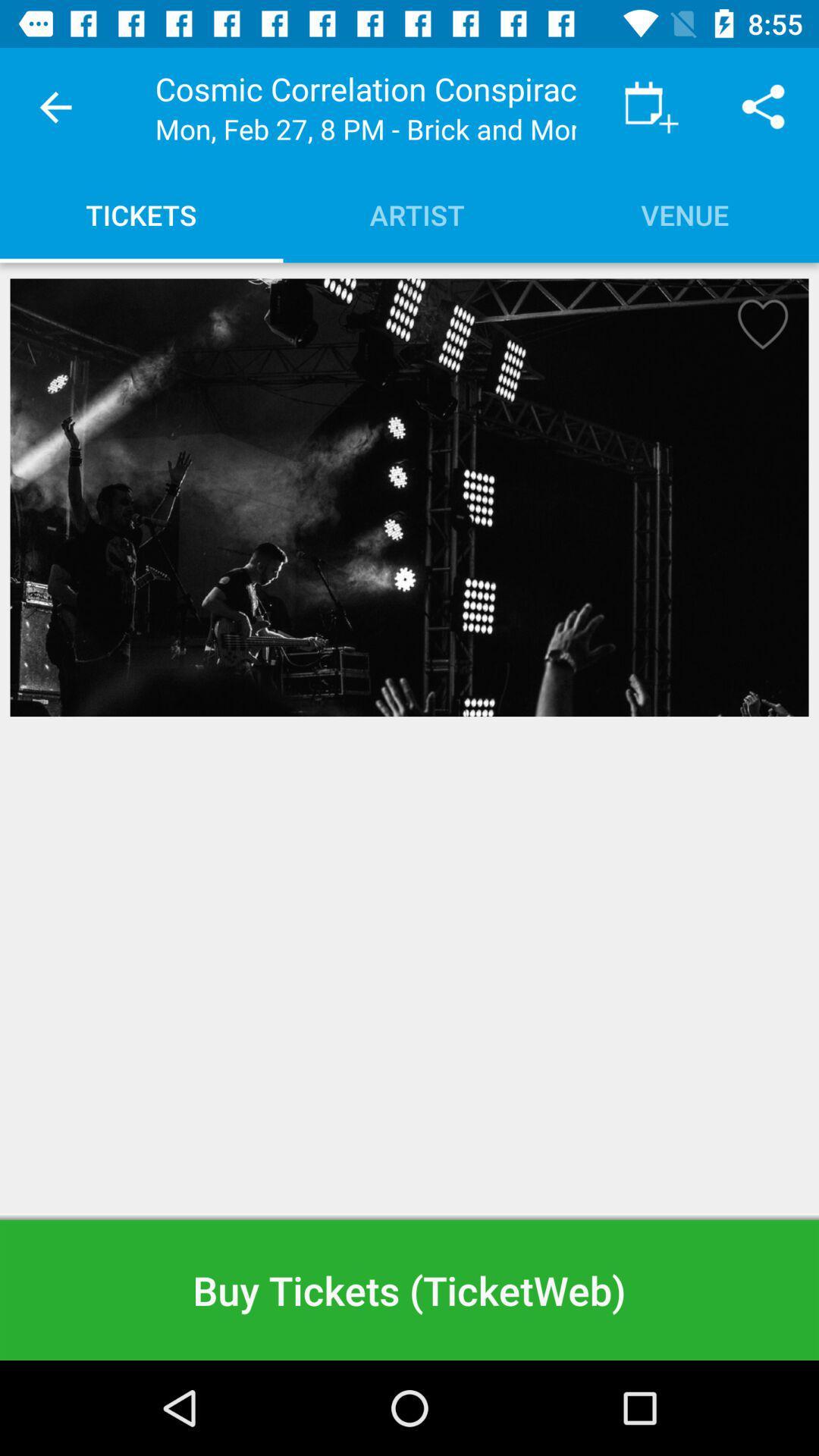 The height and width of the screenshot is (1456, 819). Describe the element at coordinates (651, 106) in the screenshot. I see `the item to the right of the cosmic correlation conspiracy` at that location.